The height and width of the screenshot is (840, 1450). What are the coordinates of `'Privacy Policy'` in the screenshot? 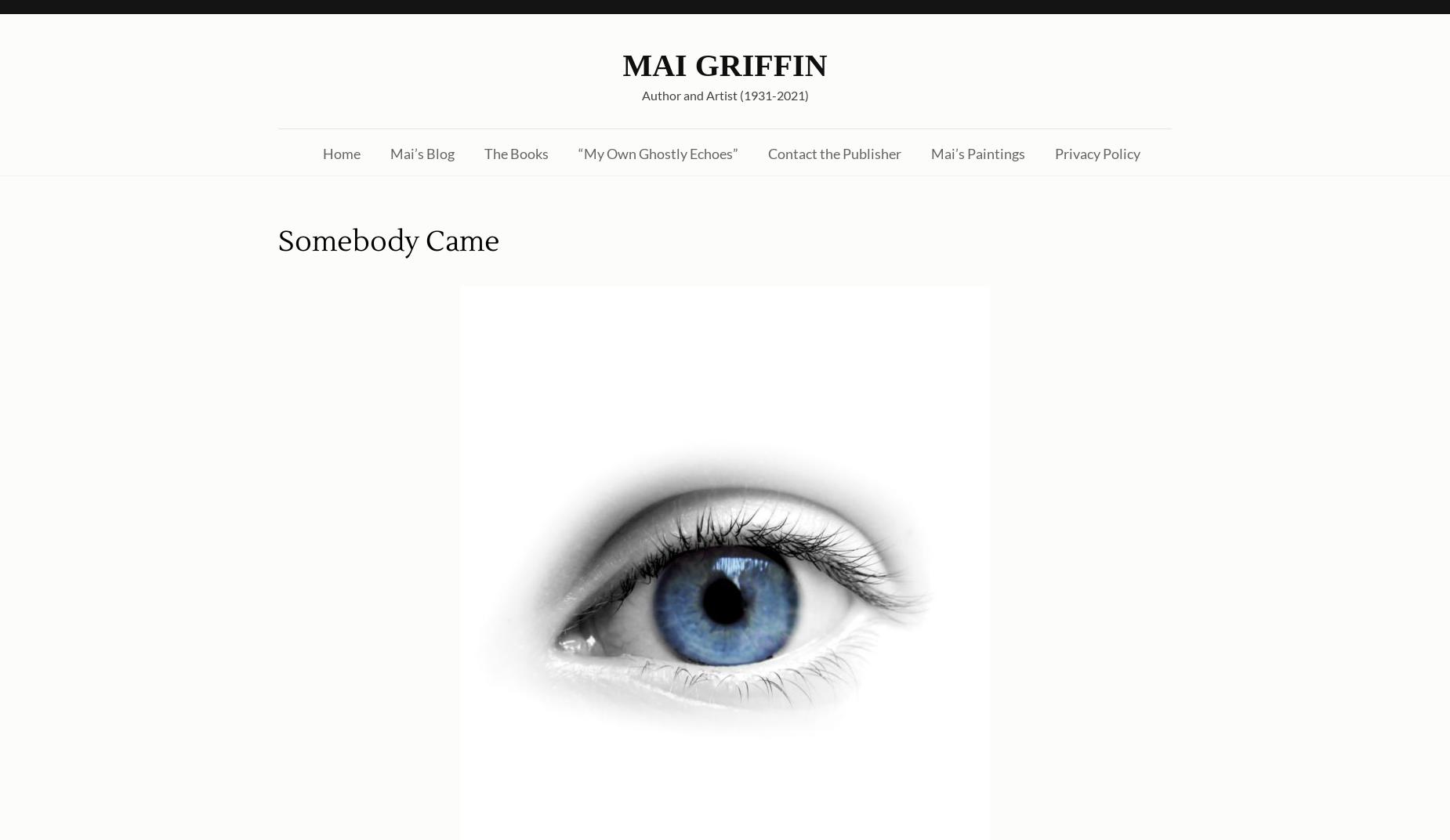 It's located at (1054, 152).